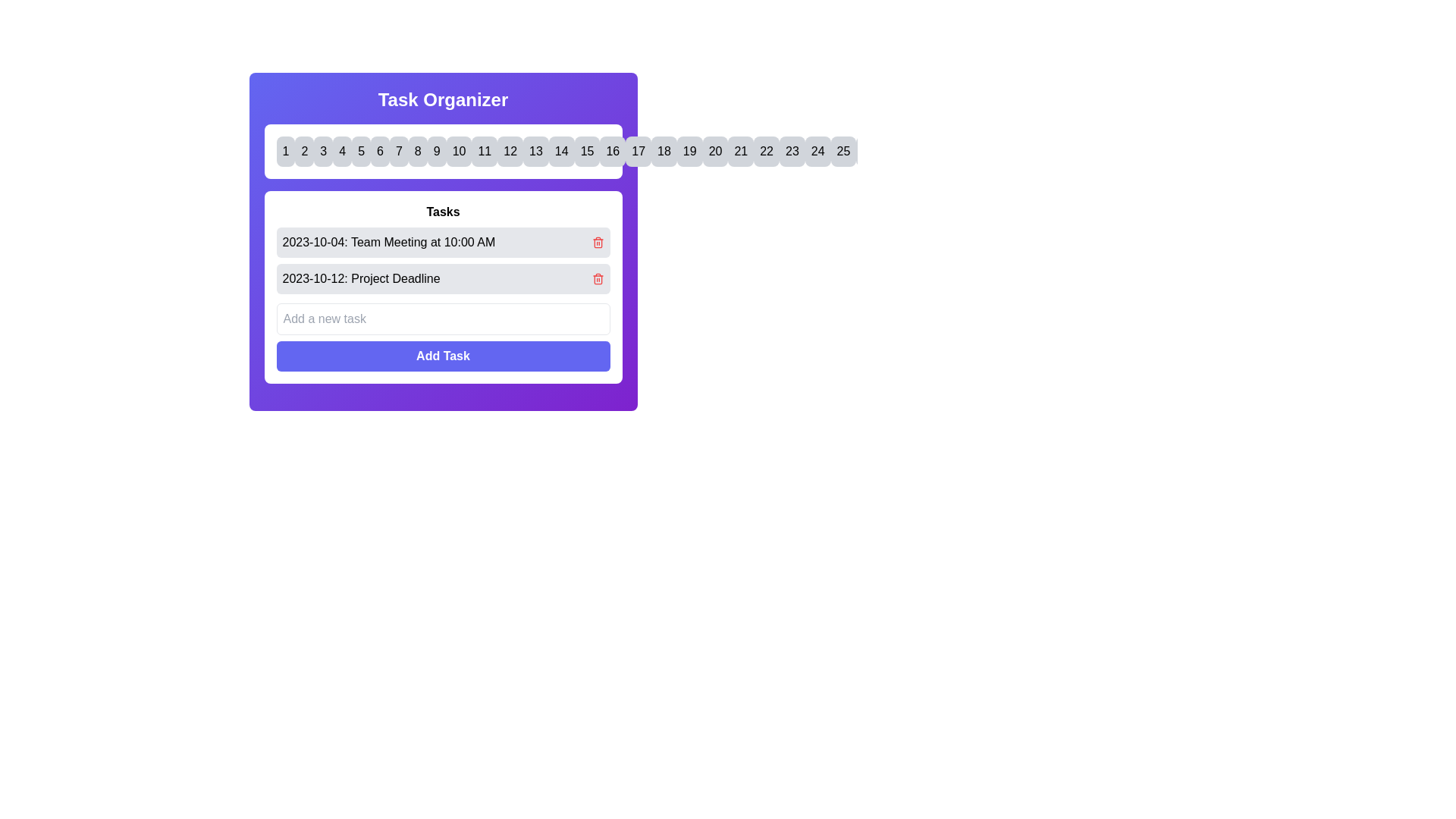 The width and height of the screenshot is (1456, 819). I want to click on the rounded rectangular button labeled '20' with a gray background, so click(714, 152).